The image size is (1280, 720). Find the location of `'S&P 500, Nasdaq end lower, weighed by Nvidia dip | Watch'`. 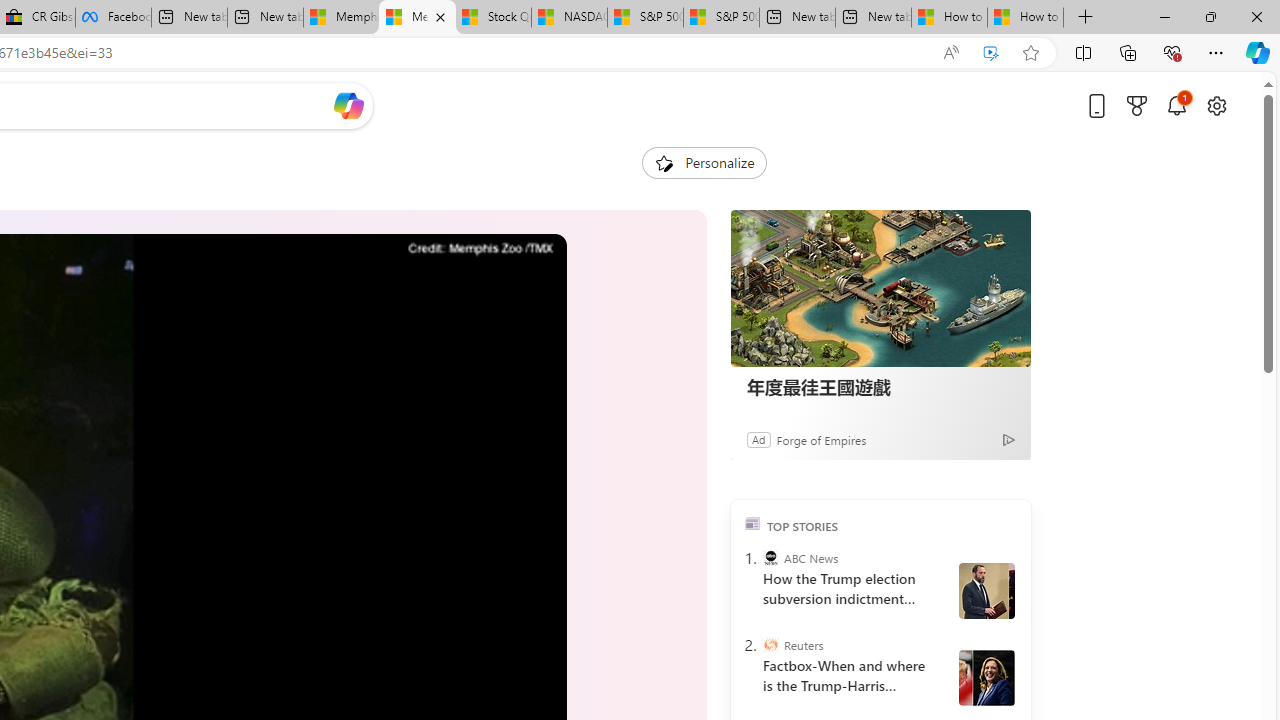

'S&P 500, Nasdaq end lower, weighed by Nvidia dip | Watch' is located at coordinates (720, 17).